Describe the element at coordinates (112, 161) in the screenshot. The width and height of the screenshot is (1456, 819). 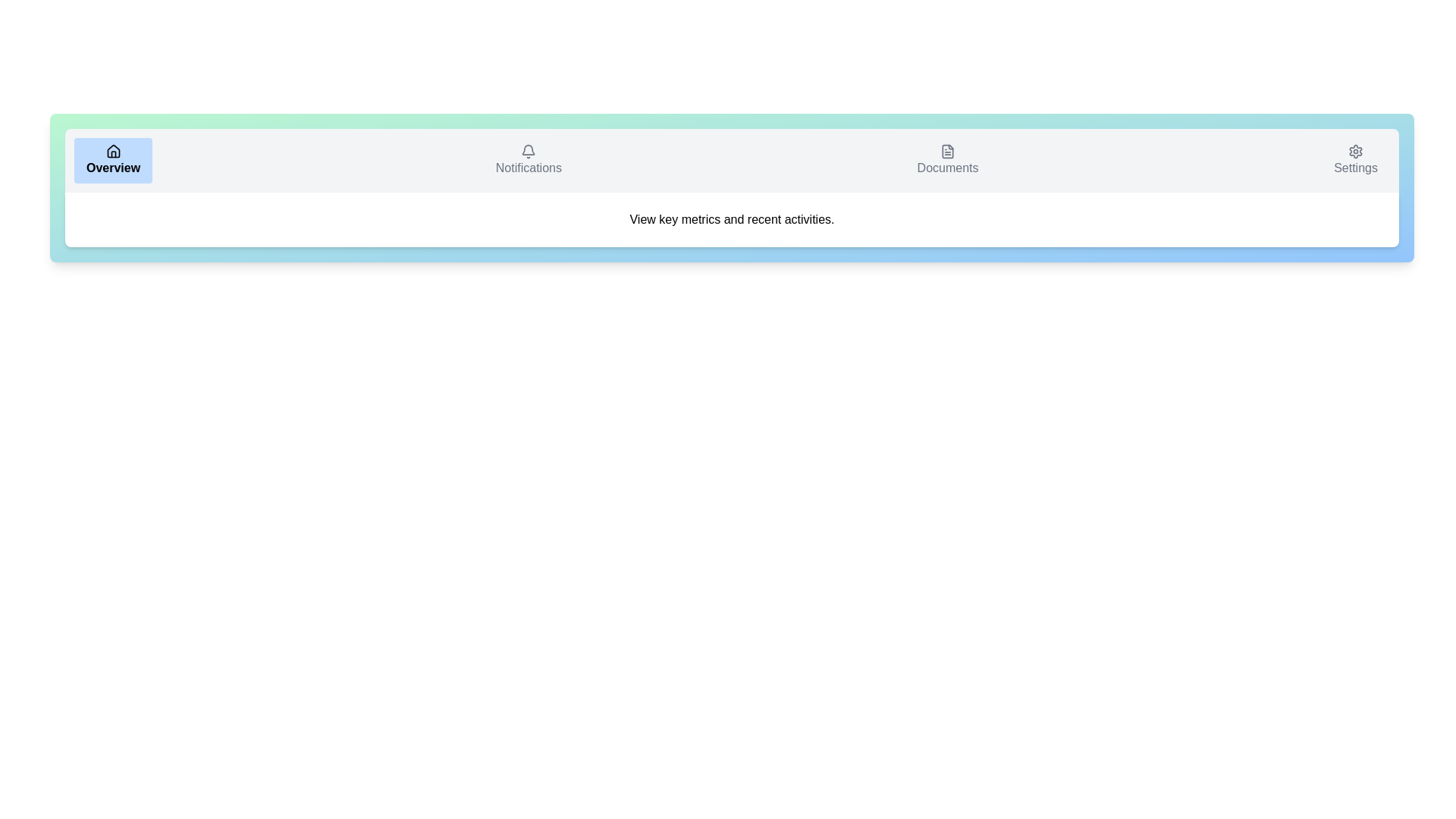
I see `the Overview tab to display its content` at that location.